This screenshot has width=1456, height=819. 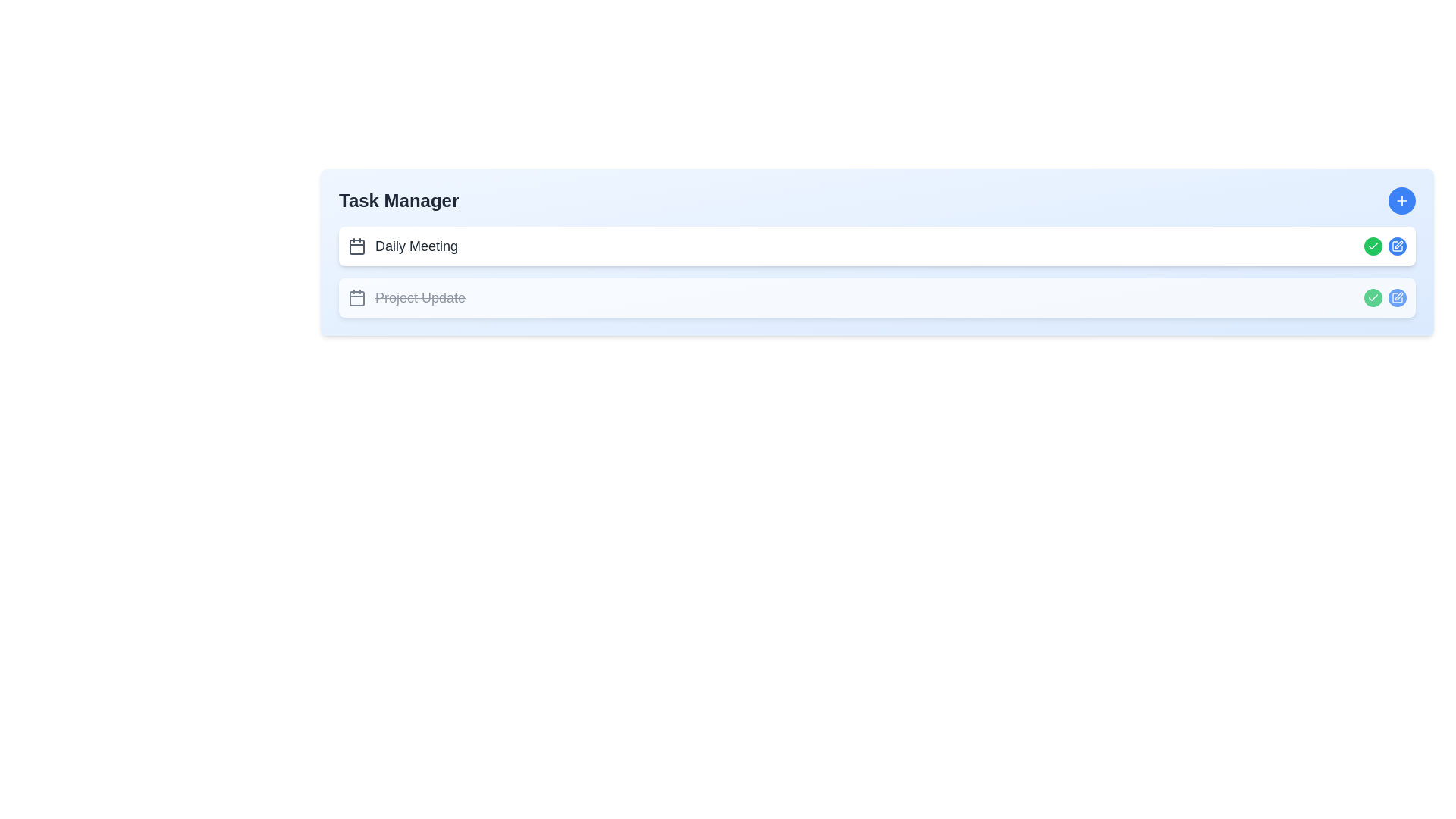 I want to click on the text element that indicates a task or entry is completed or unavailable, which is styled with a strikethrough and is positioned below 'Daily Meeting', so click(x=420, y=298).